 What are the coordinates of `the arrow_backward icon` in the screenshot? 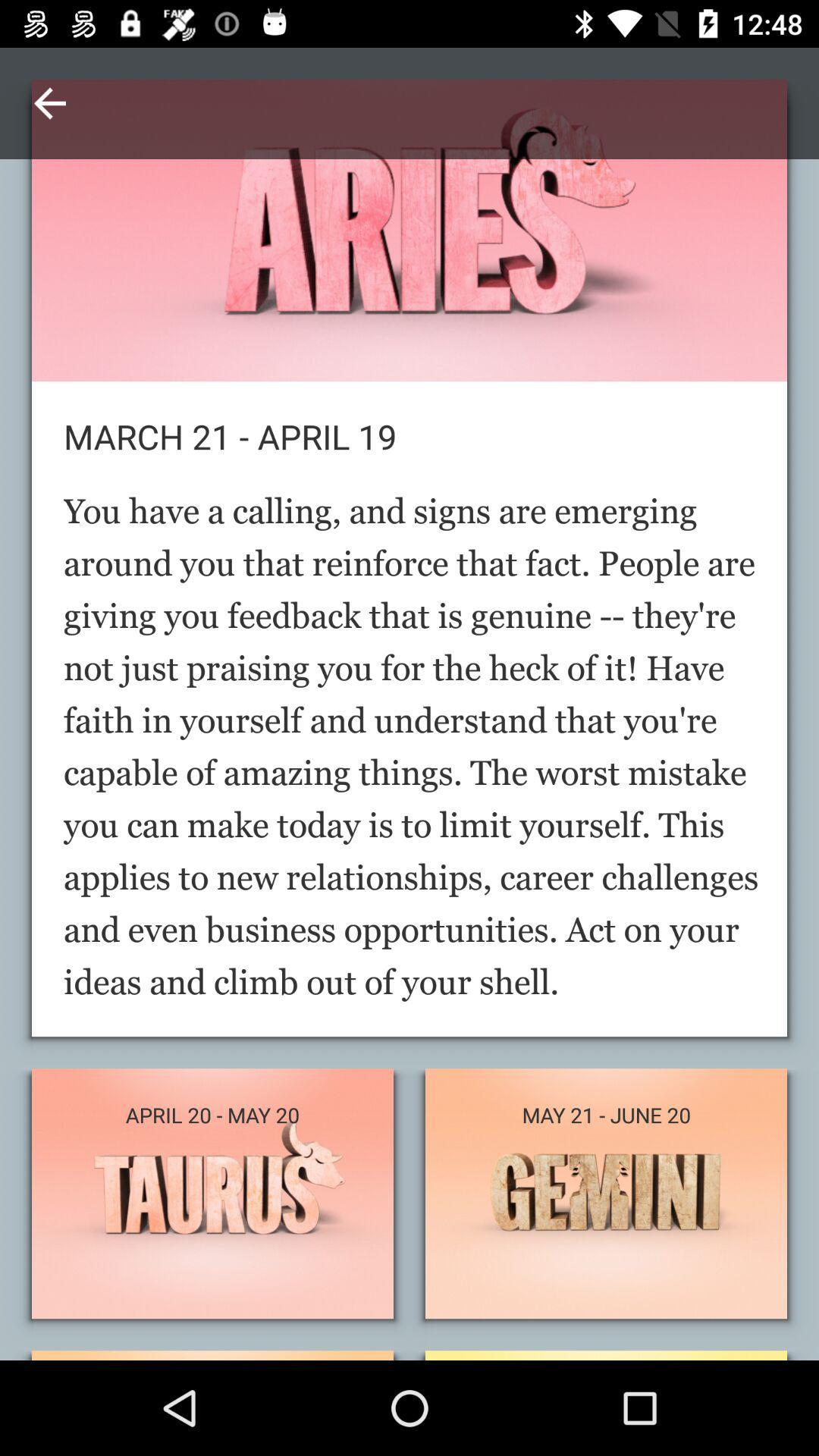 It's located at (49, 102).